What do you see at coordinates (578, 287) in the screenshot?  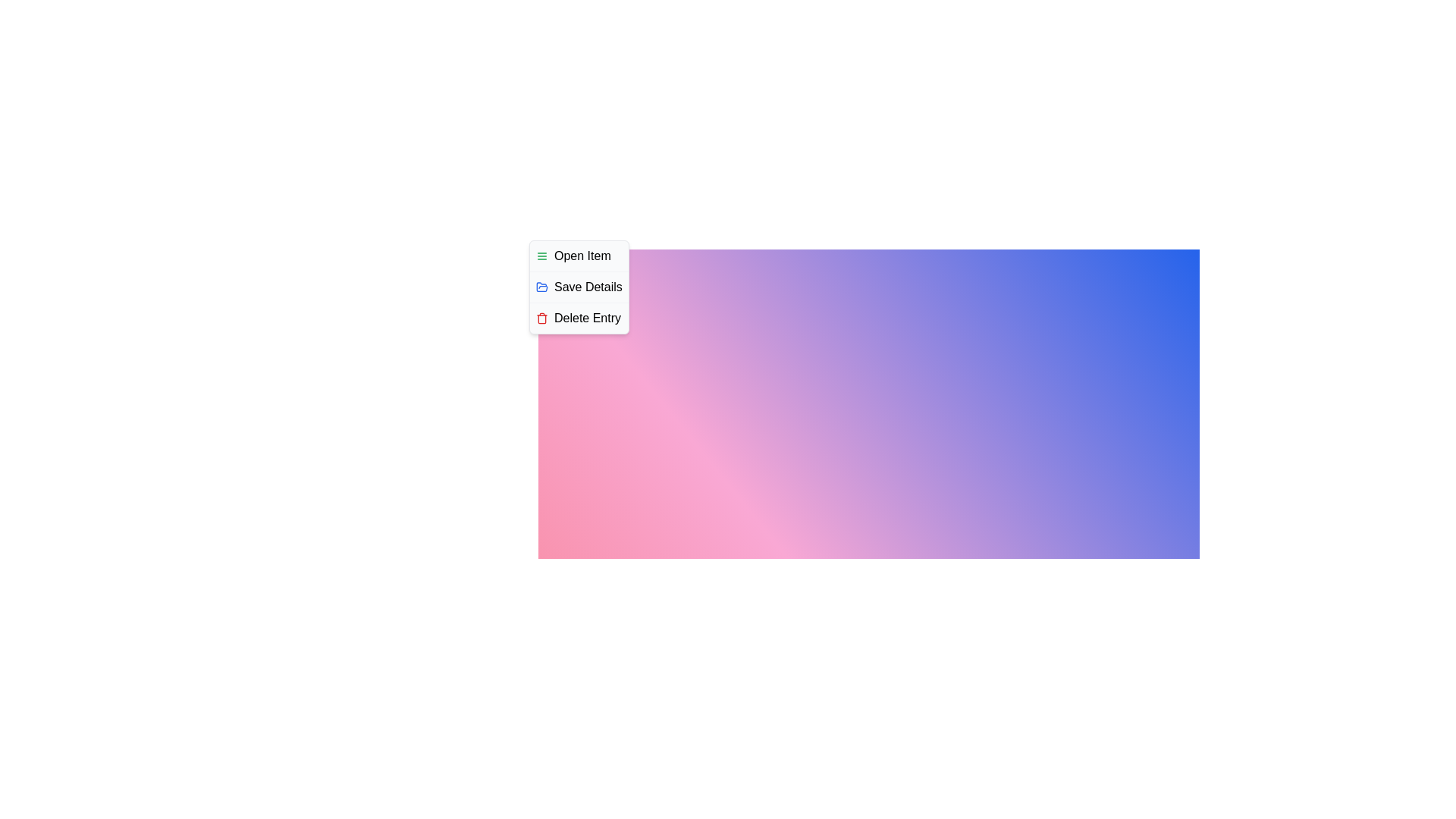 I see `the 'Save Details' option in the context menu` at bounding box center [578, 287].